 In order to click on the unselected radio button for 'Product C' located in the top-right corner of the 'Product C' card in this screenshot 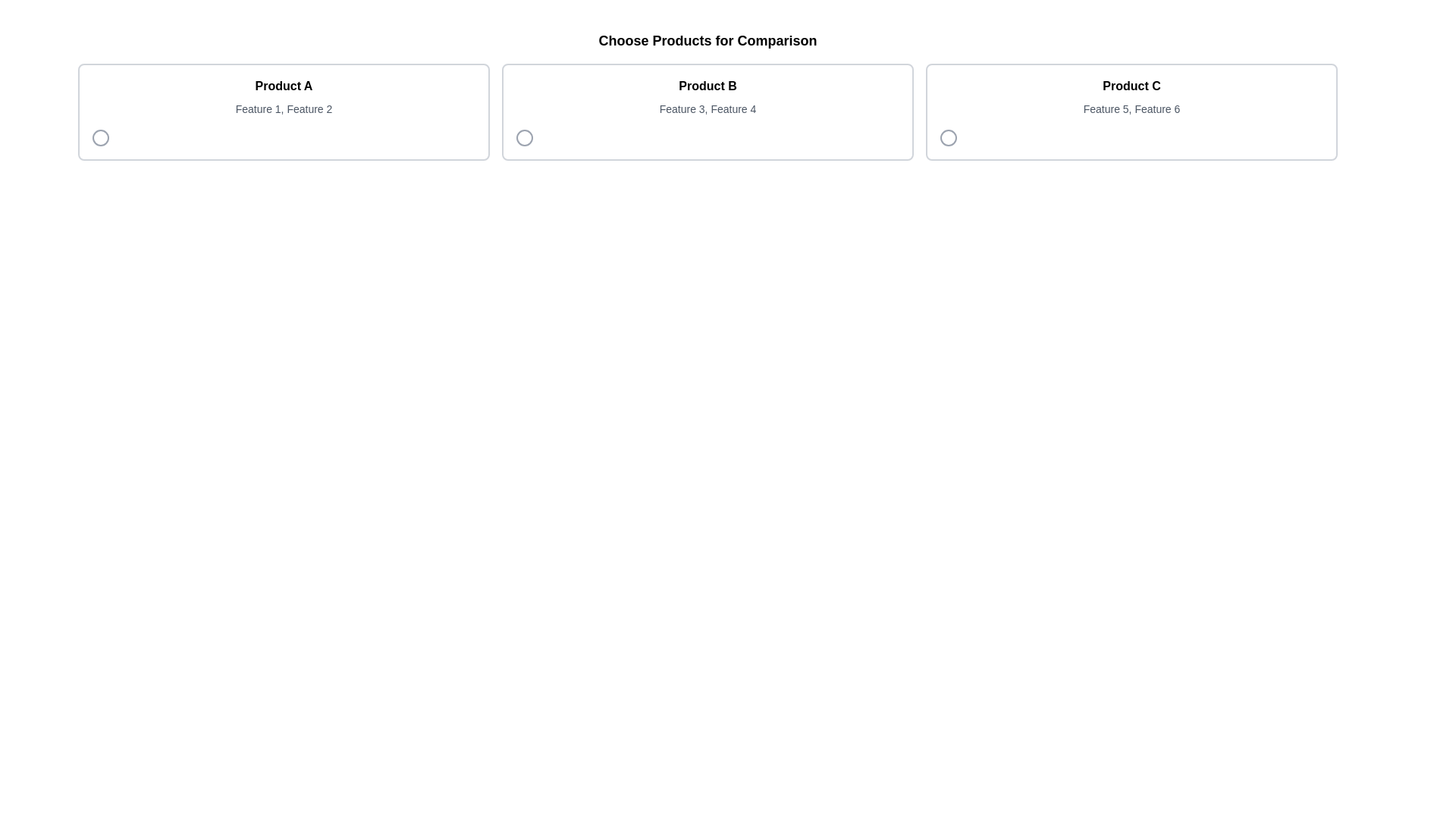, I will do `click(948, 137)`.